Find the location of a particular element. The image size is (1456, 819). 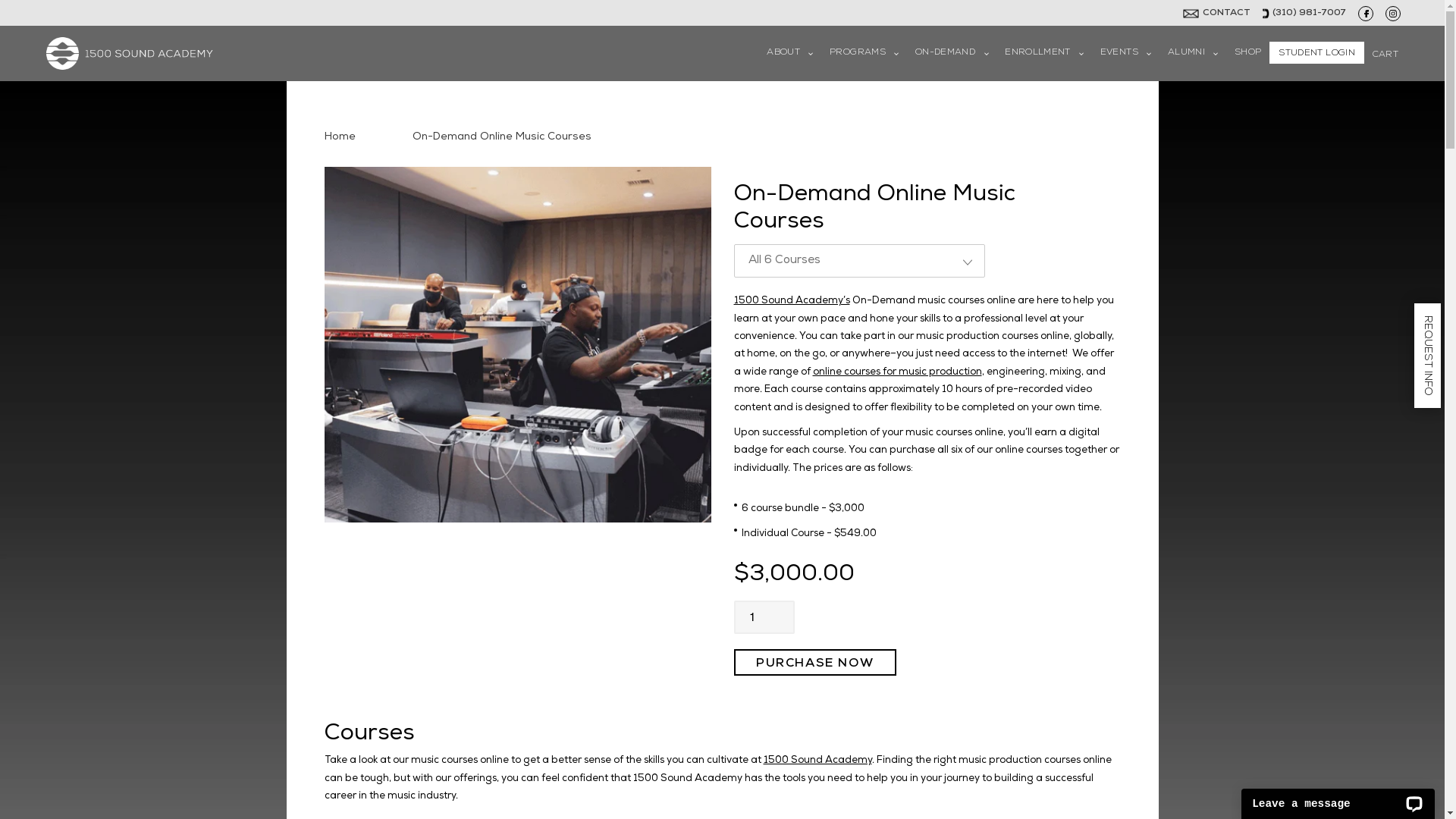

'STUDENT LOGIN' is located at coordinates (1316, 52).